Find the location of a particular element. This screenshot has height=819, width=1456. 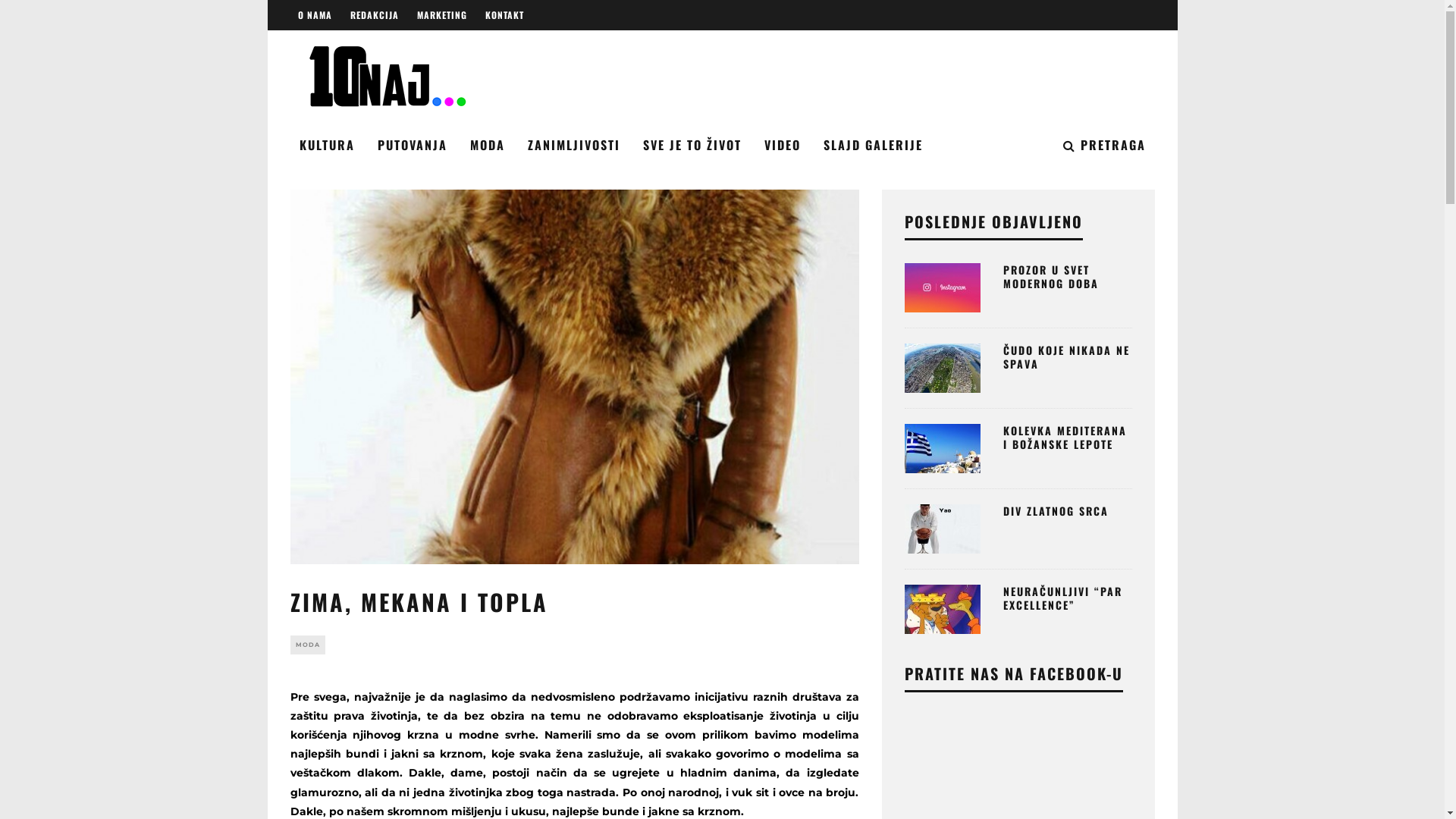

'ZANIMLJIVOSTI' is located at coordinates (573, 145).